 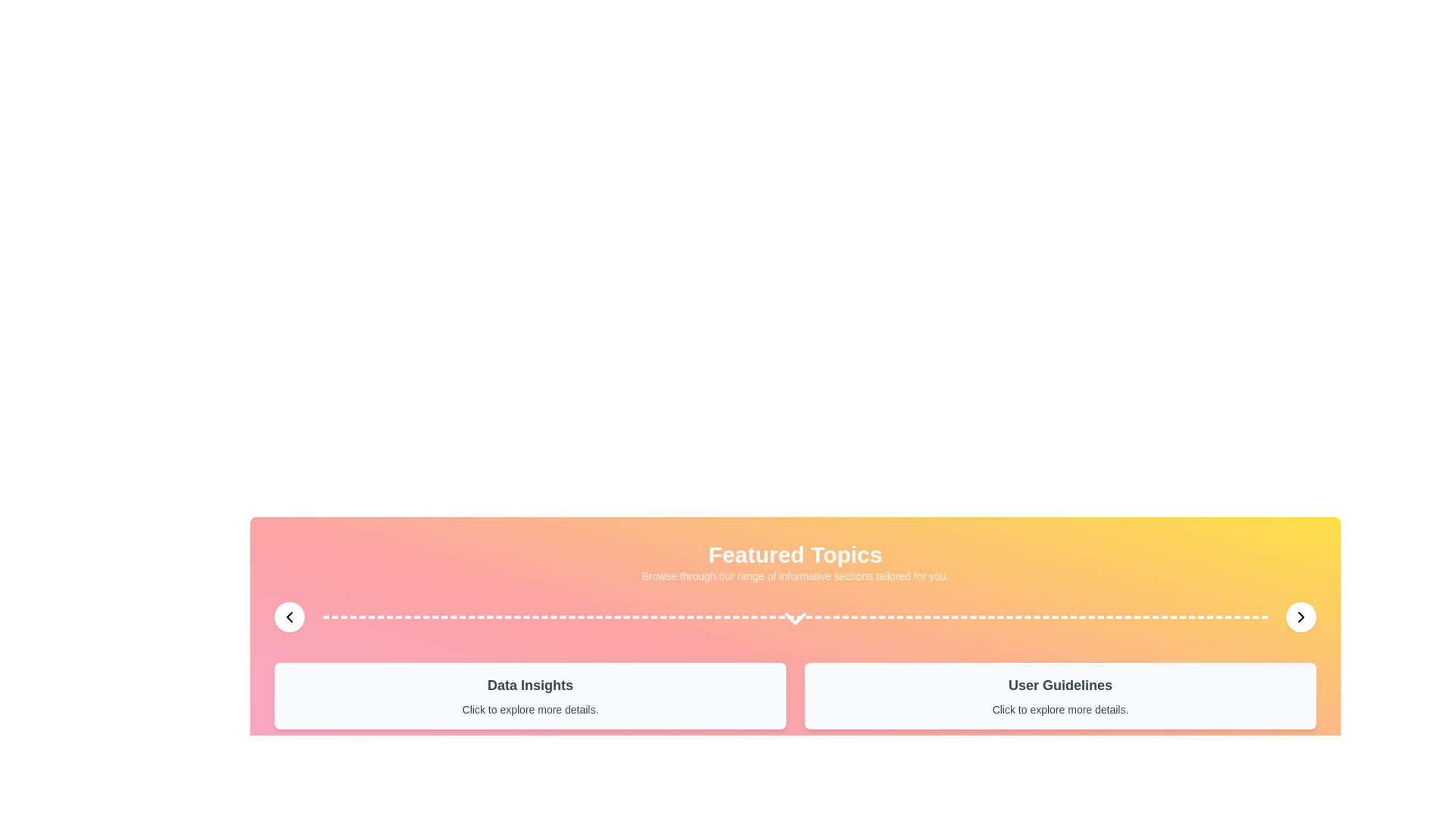 What do you see at coordinates (1301, 617) in the screenshot?
I see `the Chevron Arrow icon located in the top-right corner of the featured topics bar to trigger visual feedback` at bounding box center [1301, 617].